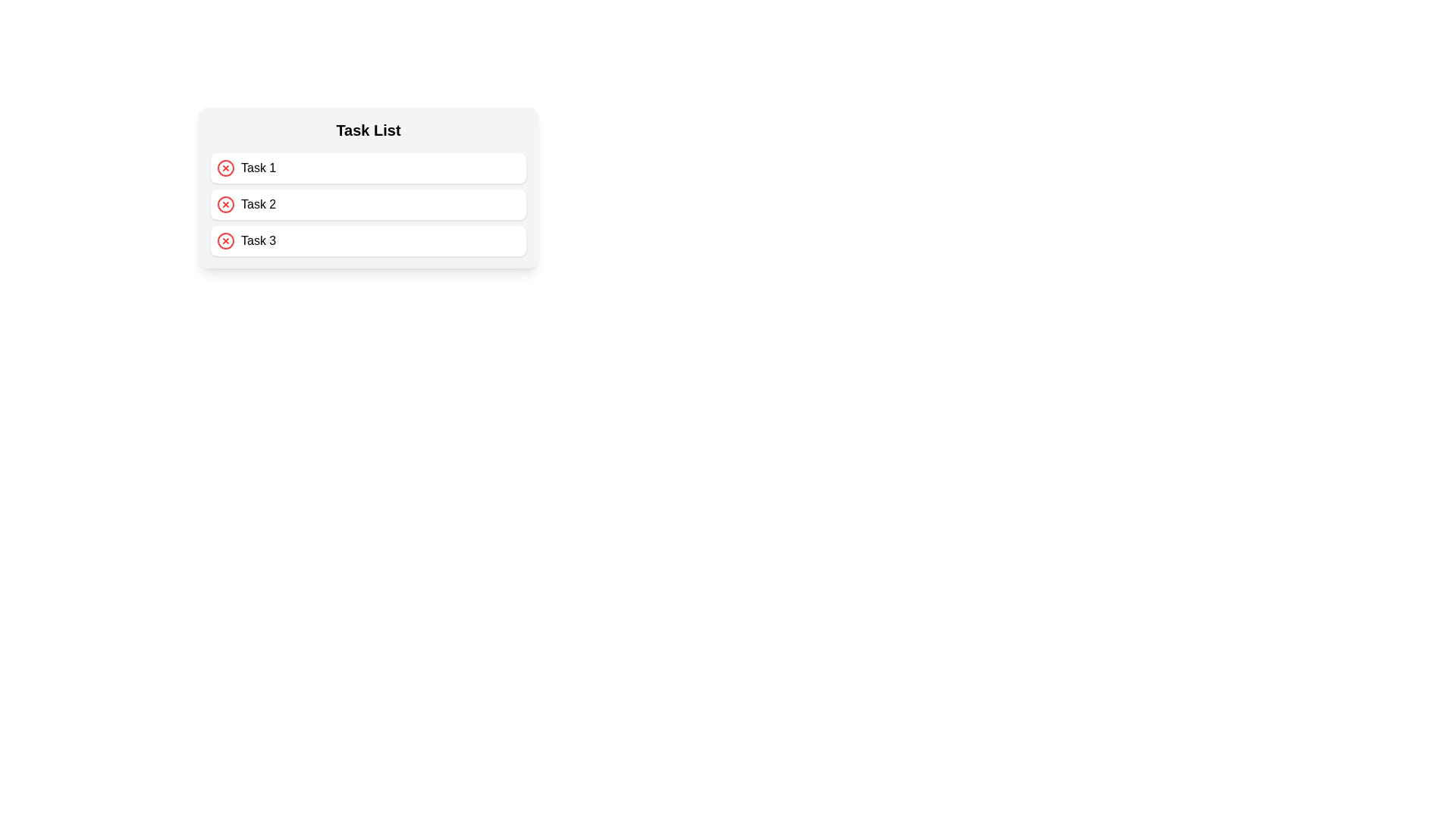 Image resolution: width=1456 pixels, height=819 pixels. I want to click on the action icon located at the leftmost side of the row containing 'Task 3', so click(224, 240).